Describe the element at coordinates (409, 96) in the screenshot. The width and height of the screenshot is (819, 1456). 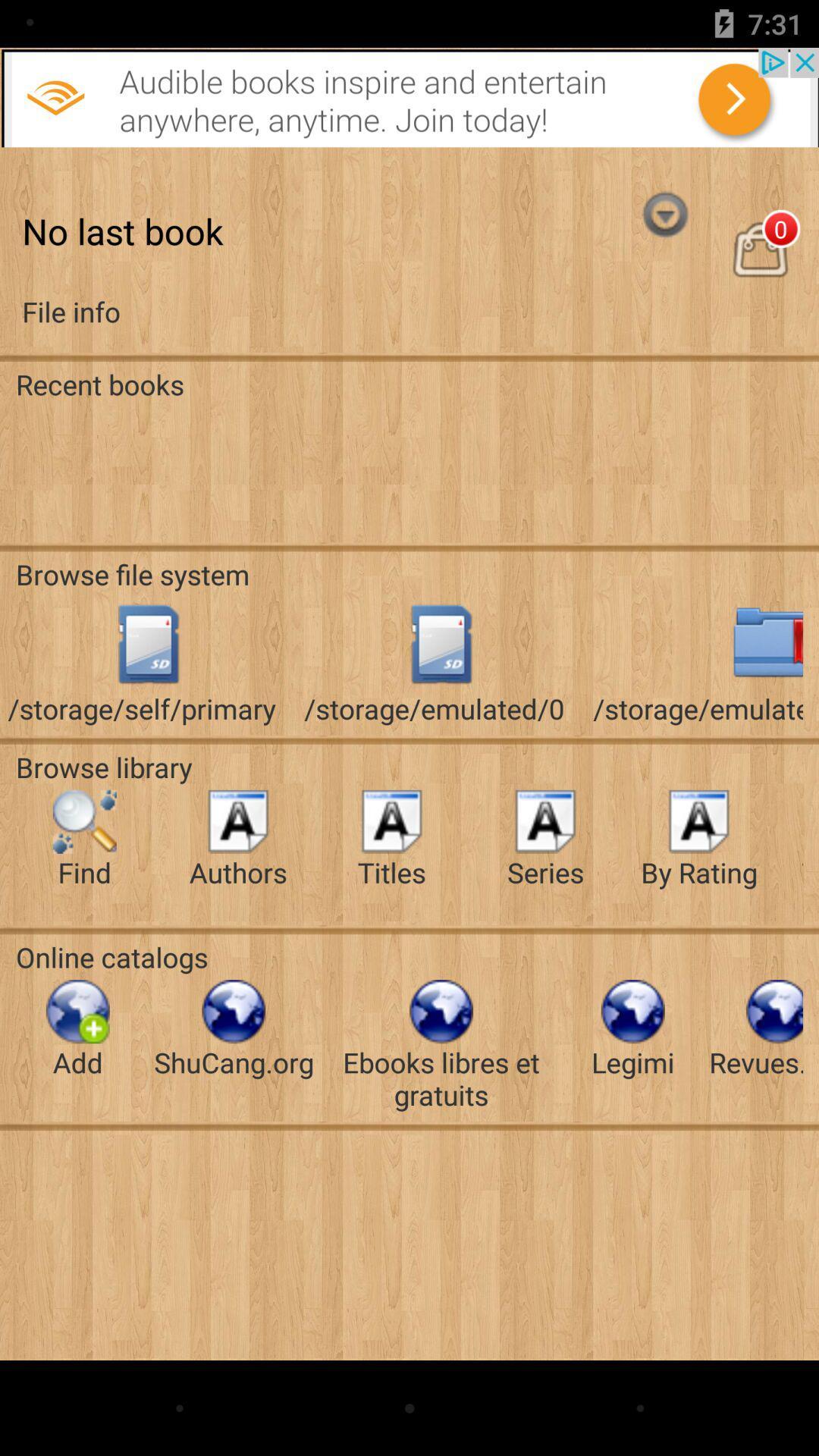
I see `adverstment button link` at that location.